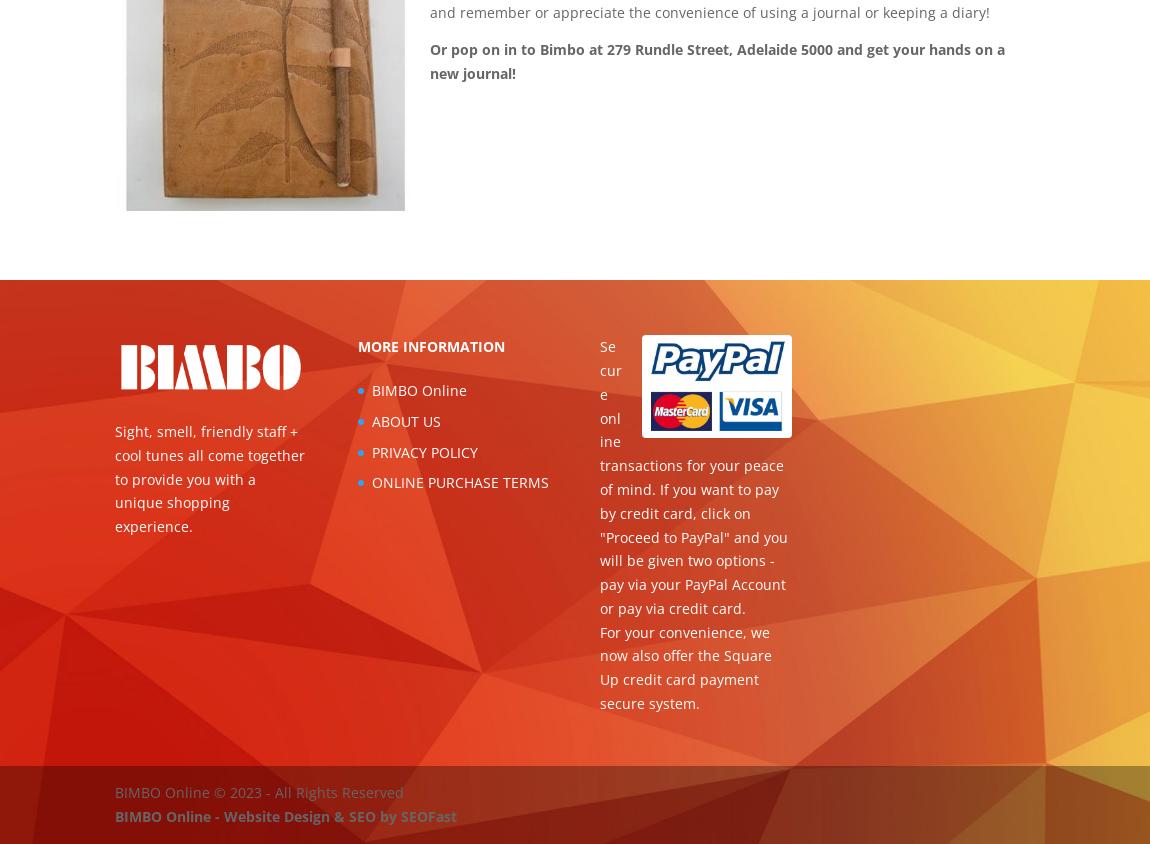 The width and height of the screenshot is (1150, 844). I want to click on 'ONLINE PURCHASE TERMS', so click(459, 481).